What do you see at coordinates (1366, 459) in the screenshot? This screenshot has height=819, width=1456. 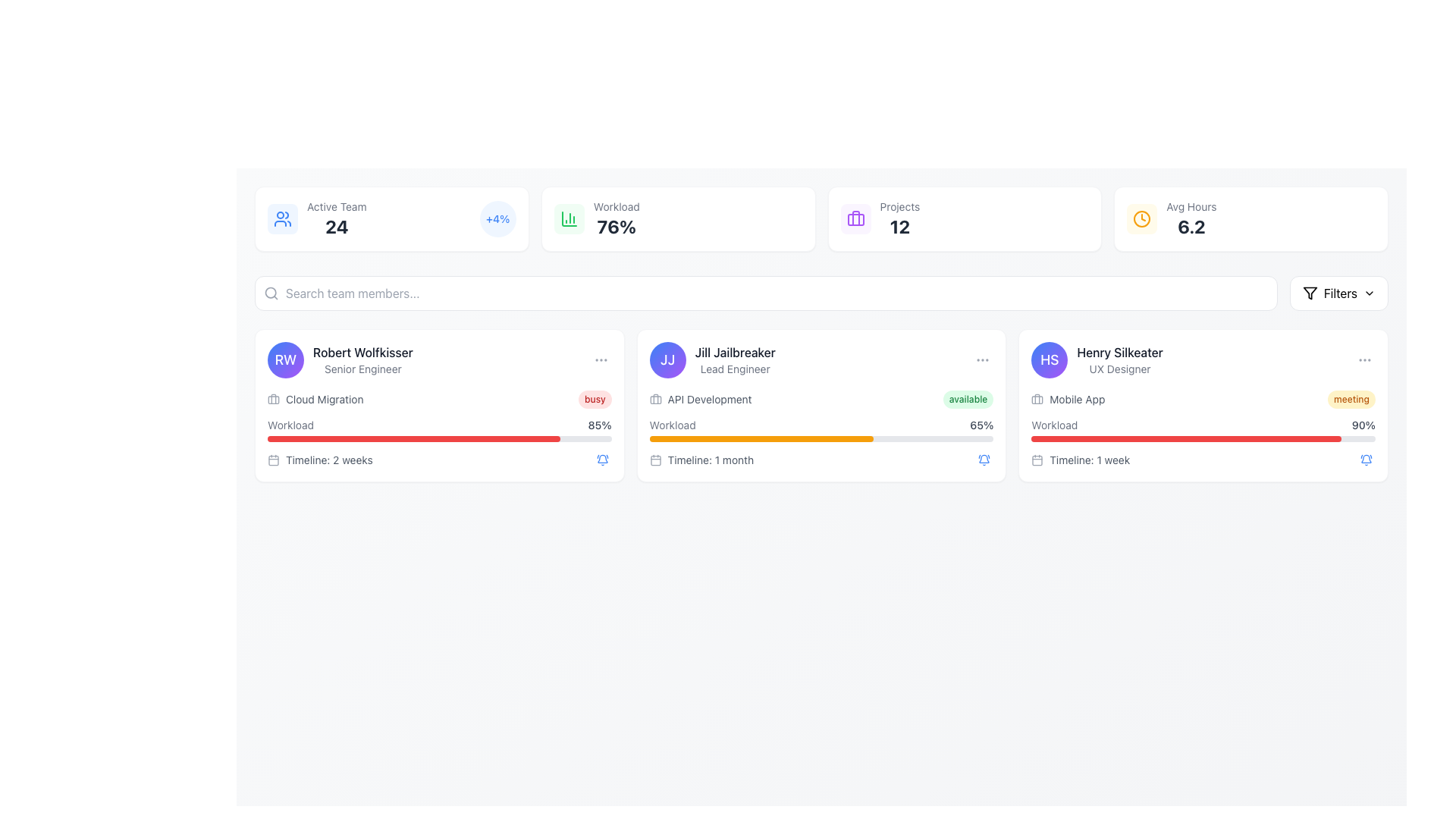 I see `the button located at the far right of the 'Henry Silkeater' card to observe its hover effect` at bounding box center [1366, 459].